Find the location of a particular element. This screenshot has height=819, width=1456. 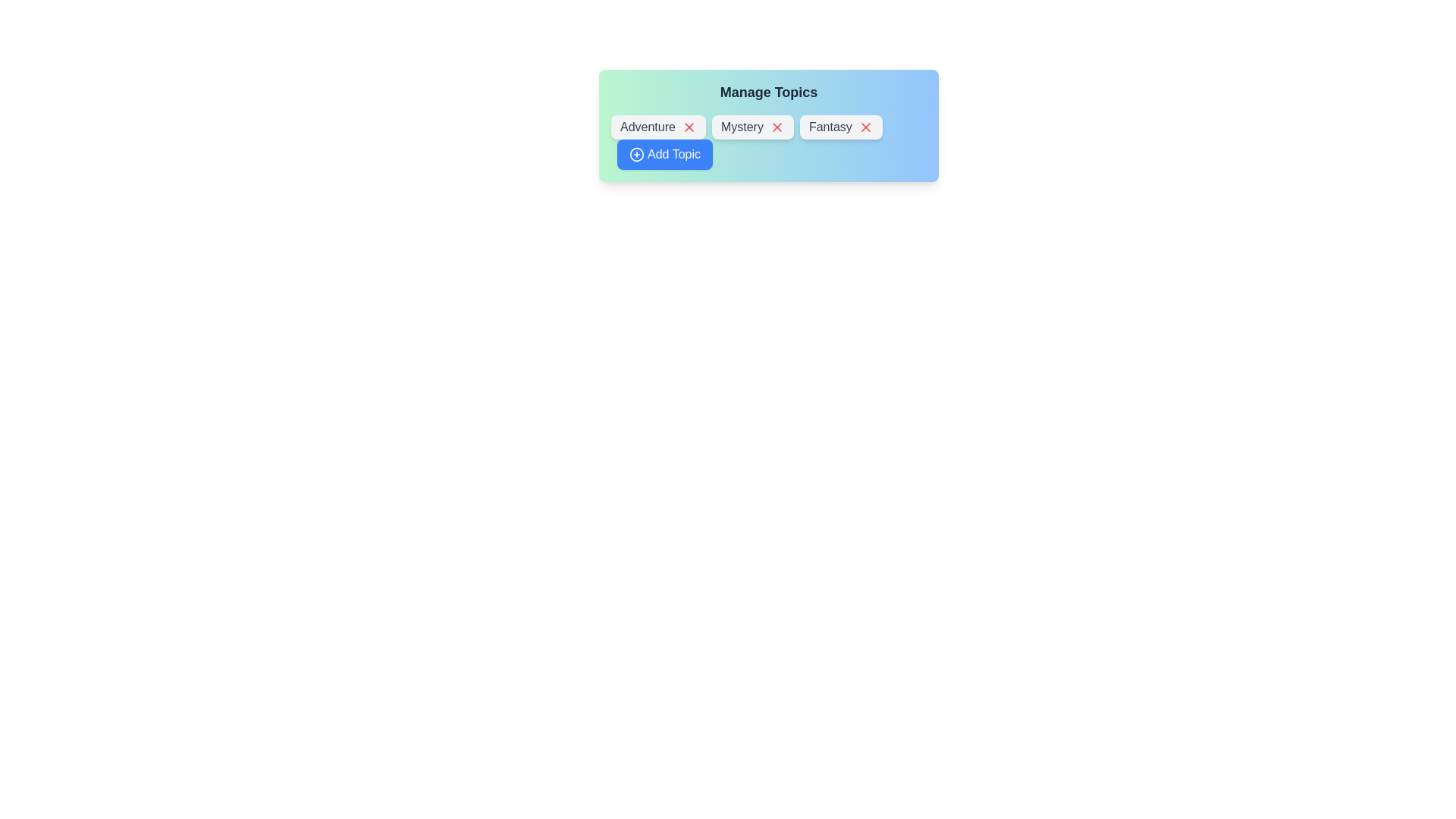

the text of the chip label Fantasy for copying is located at coordinates (830, 127).